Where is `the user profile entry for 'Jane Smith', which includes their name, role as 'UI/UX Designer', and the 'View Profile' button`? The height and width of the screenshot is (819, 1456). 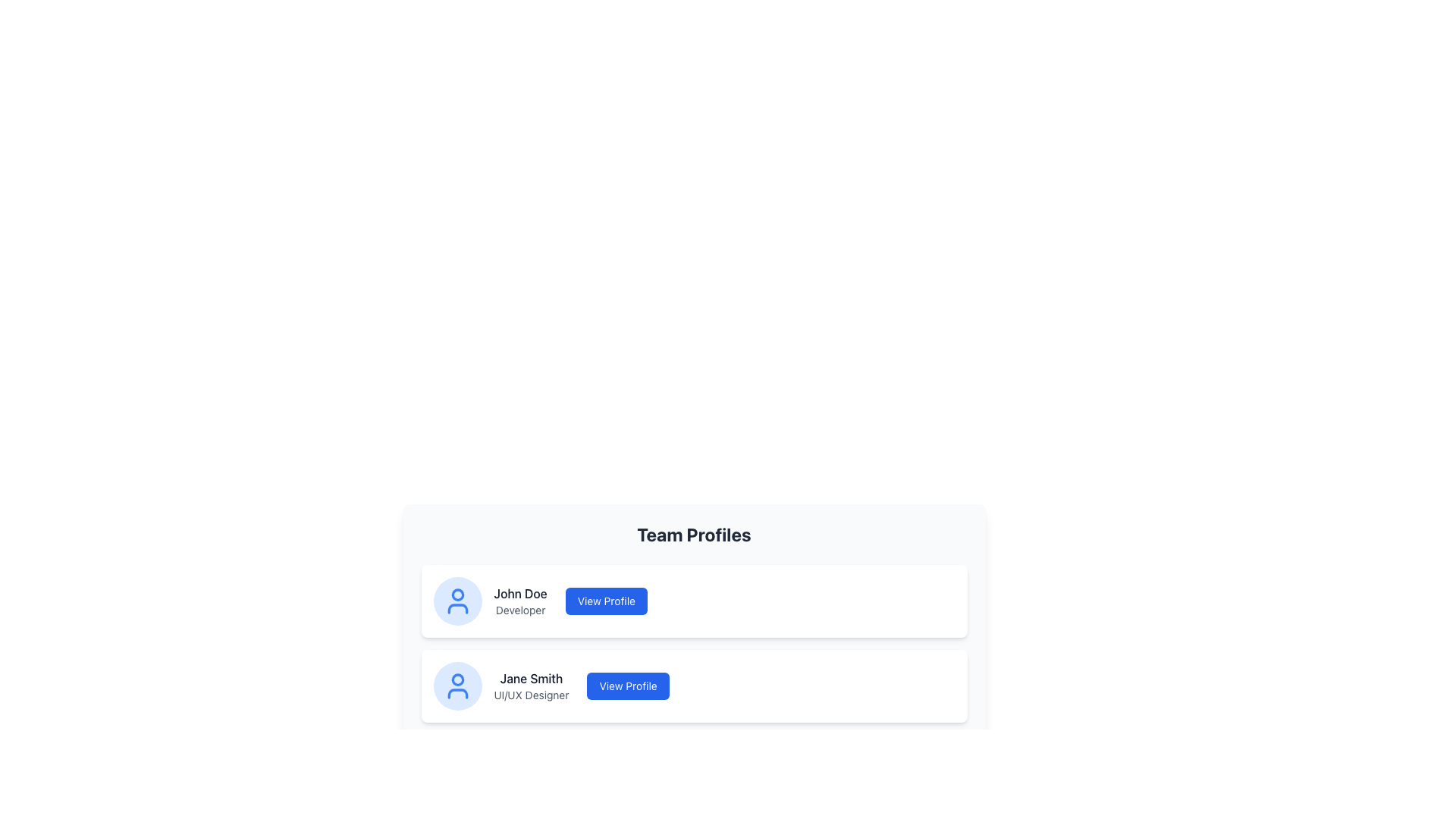 the user profile entry for 'Jane Smith', which includes their name, role as 'UI/UX Designer', and the 'View Profile' button is located at coordinates (693, 686).